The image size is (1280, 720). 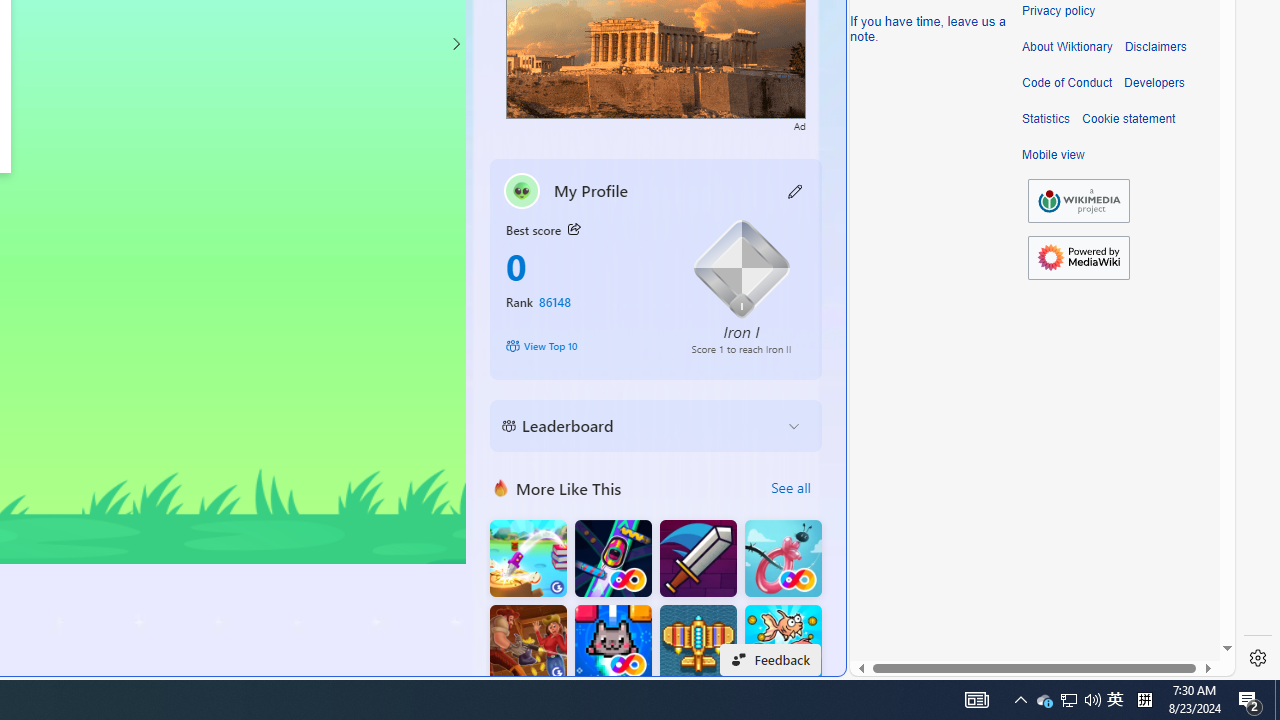 I want to click on 'Code of Conduct', so click(x=1066, y=82).